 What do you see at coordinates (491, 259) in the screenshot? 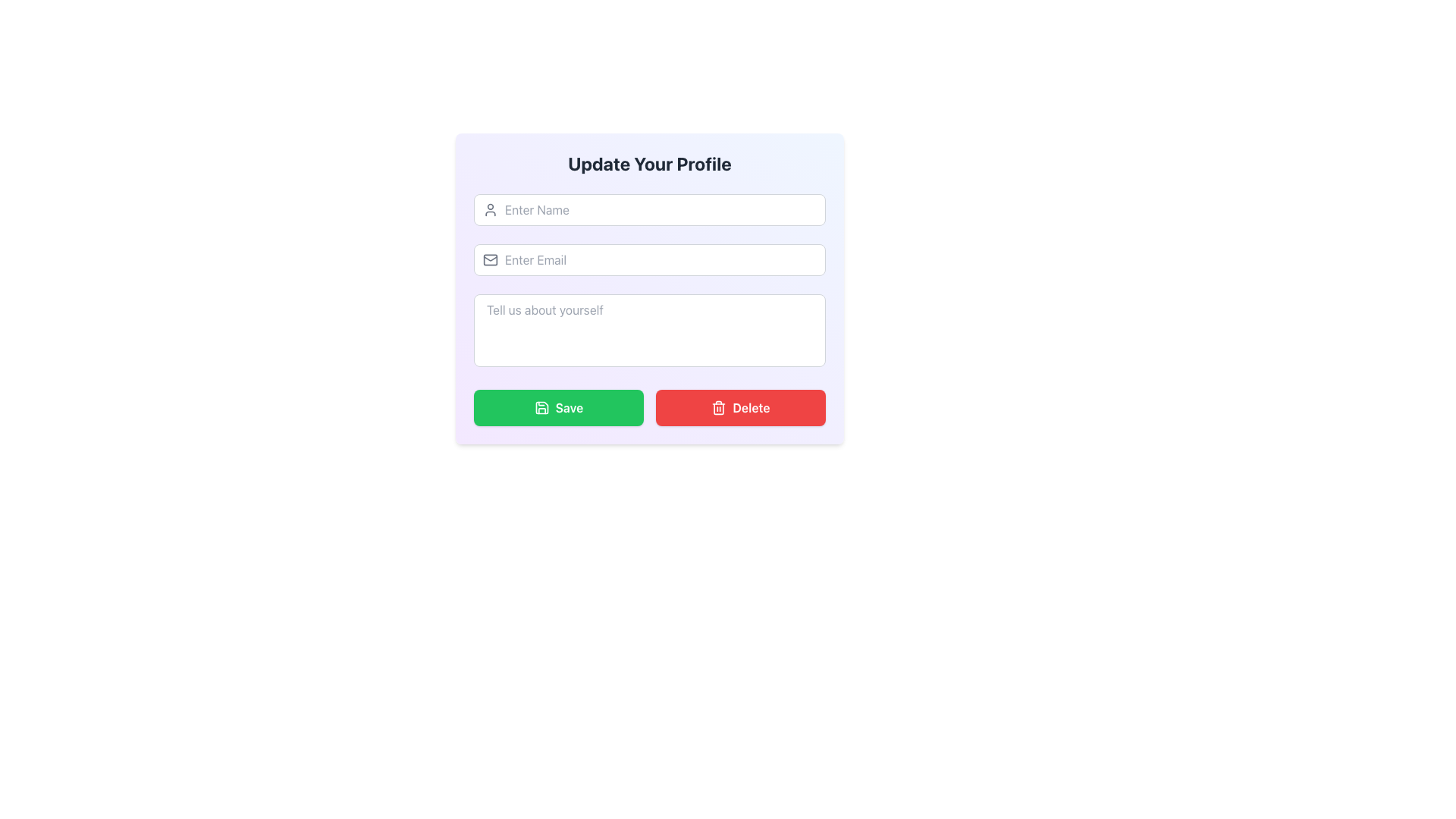
I see `the decorative email icon positioned to the far left of the 'Enter Email' text input field, which visually indicates the purpose of the input` at bounding box center [491, 259].